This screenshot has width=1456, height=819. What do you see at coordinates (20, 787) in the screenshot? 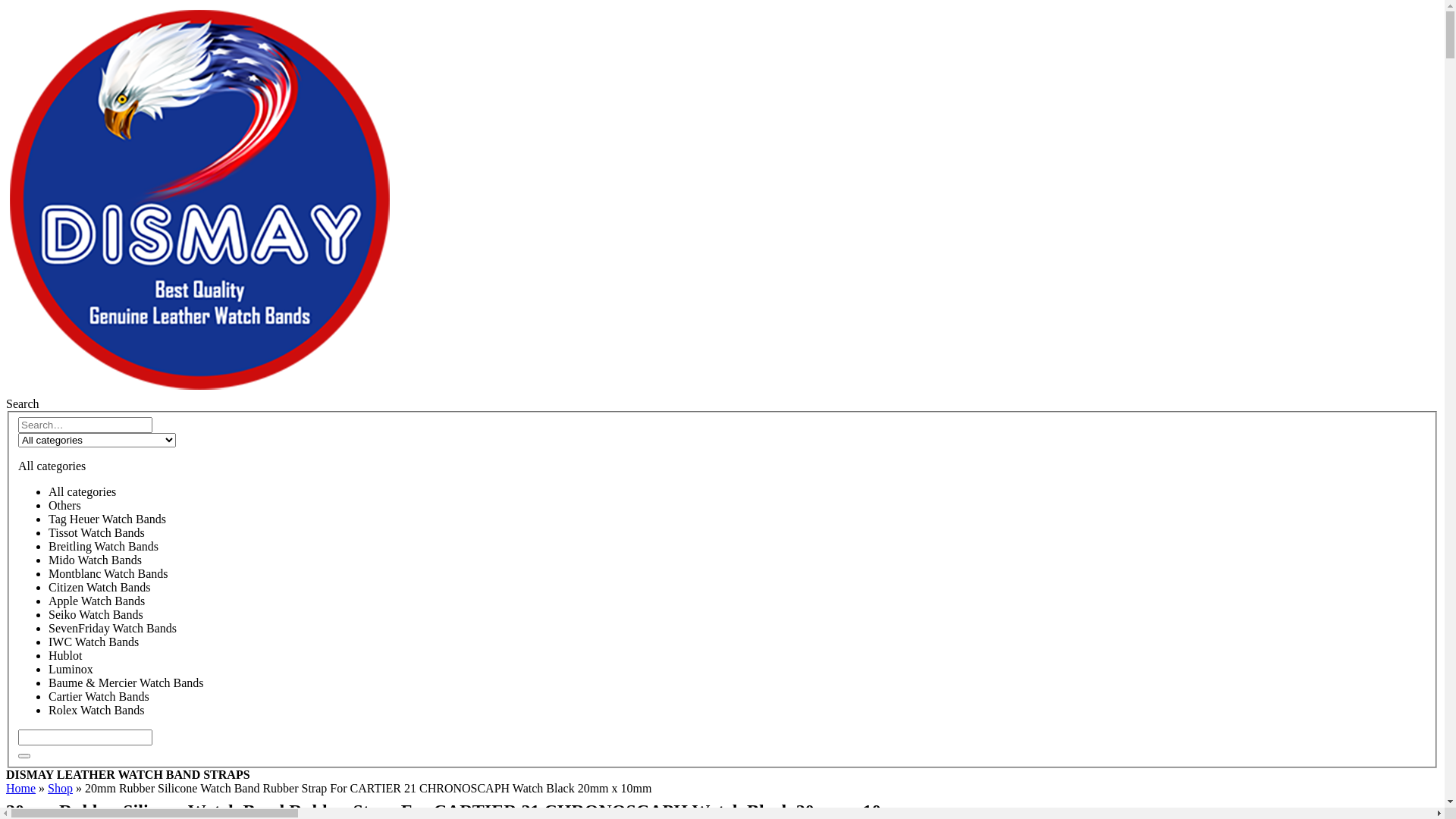
I see `'Home'` at bounding box center [20, 787].